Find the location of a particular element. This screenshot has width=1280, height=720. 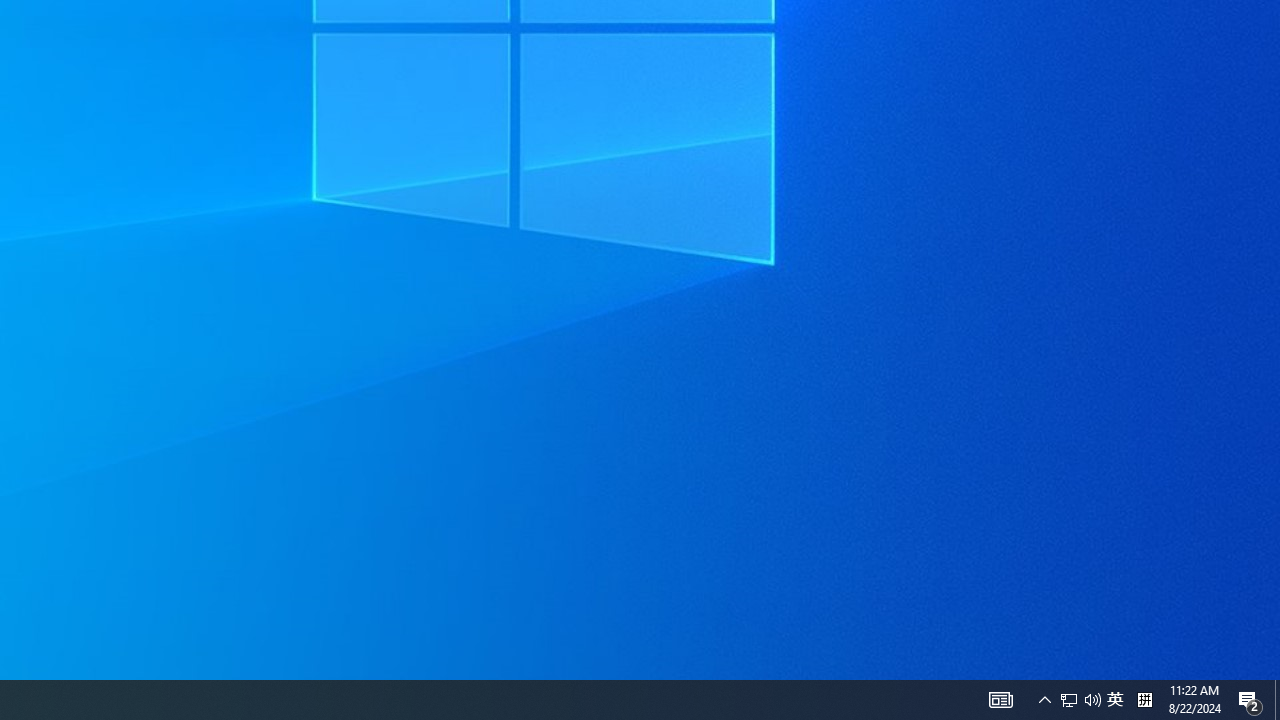

'Notification Chevron' is located at coordinates (1044, 698).